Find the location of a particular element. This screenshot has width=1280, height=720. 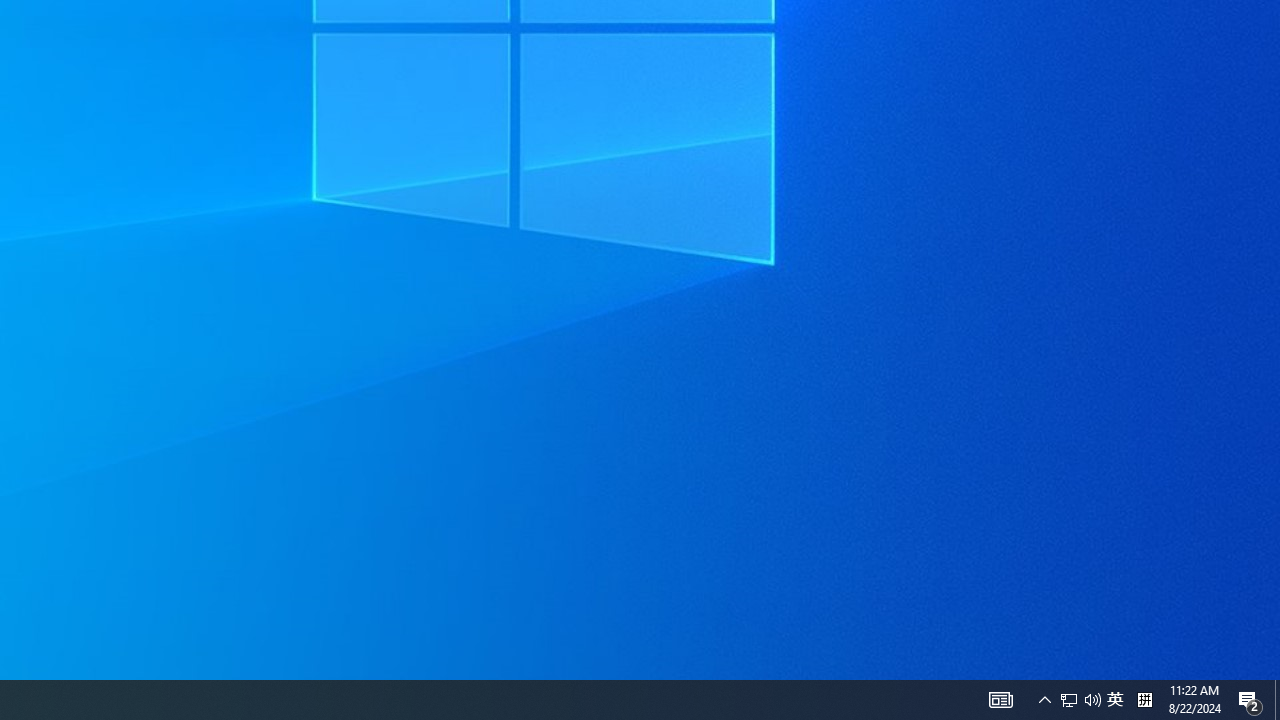

'Notification Chevron' is located at coordinates (1044, 698).